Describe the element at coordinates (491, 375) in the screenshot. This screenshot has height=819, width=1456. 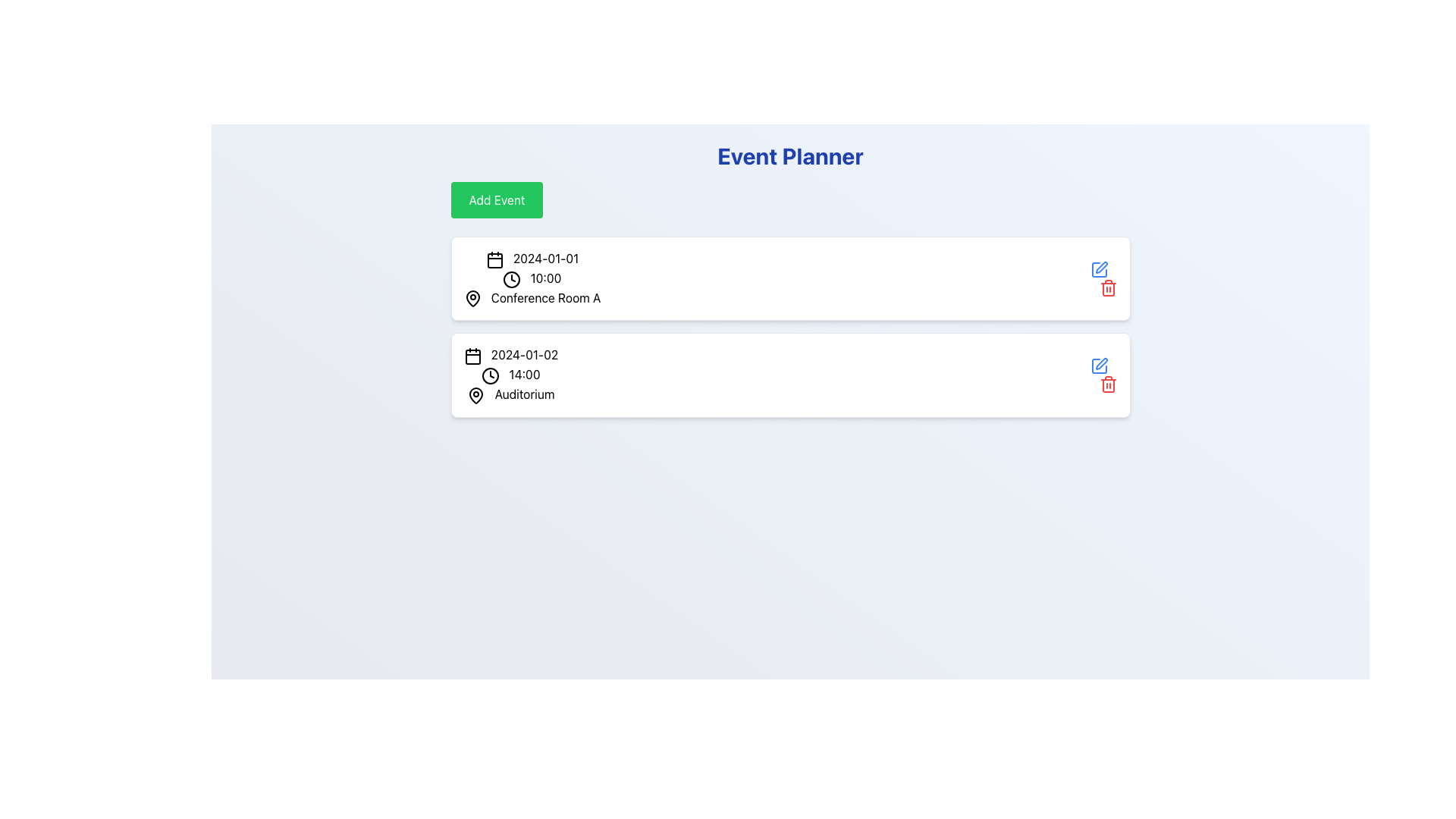
I see `the graphical decoration (circle) representing the outline of the clock face in the second event's time icon within the second event card` at that location.